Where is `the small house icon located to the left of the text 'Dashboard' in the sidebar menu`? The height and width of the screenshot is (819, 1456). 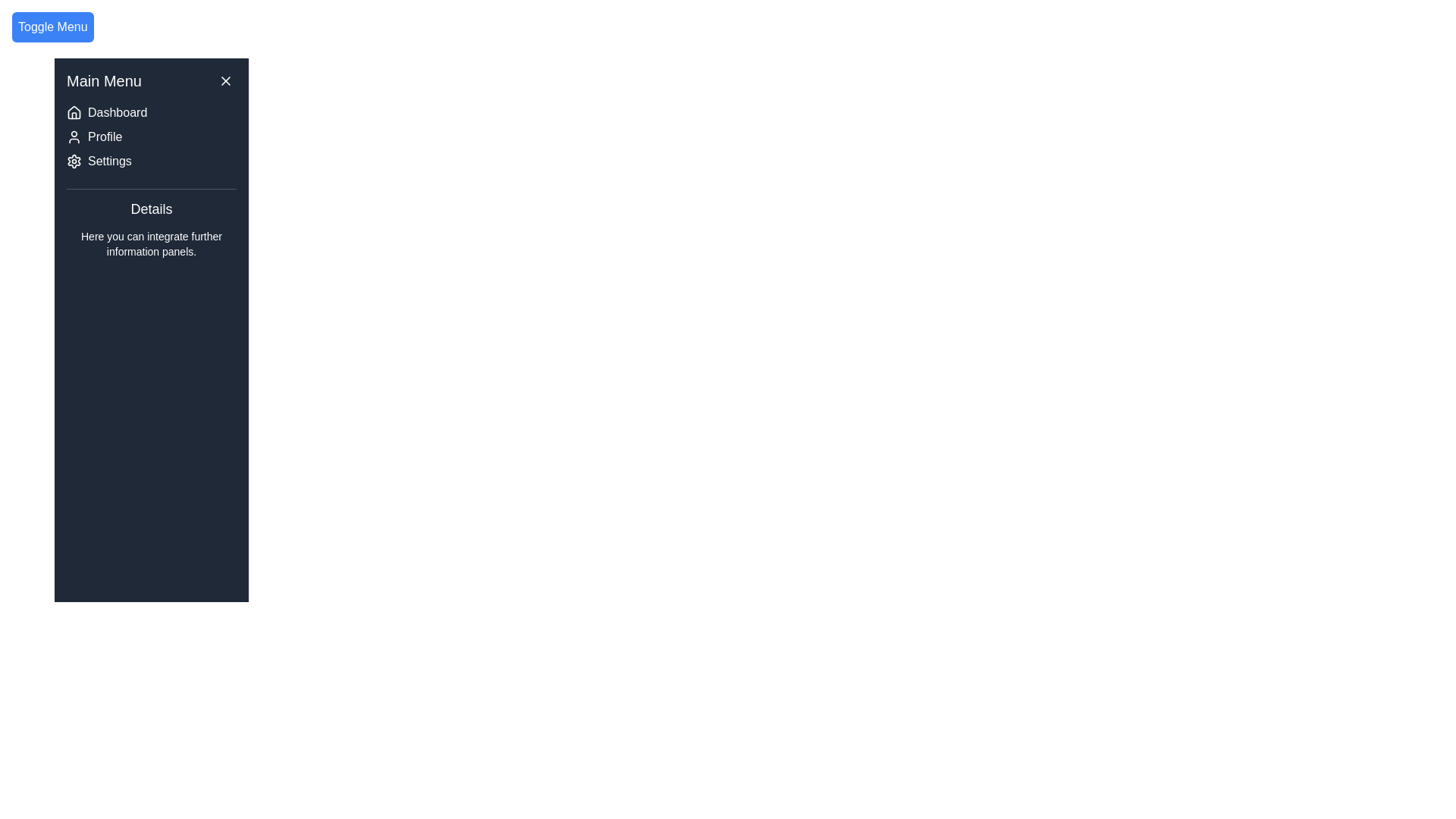 the small house icon located to the left of the text 'Dashboard' in the sidebar menu is located at coordinates (73, 112).